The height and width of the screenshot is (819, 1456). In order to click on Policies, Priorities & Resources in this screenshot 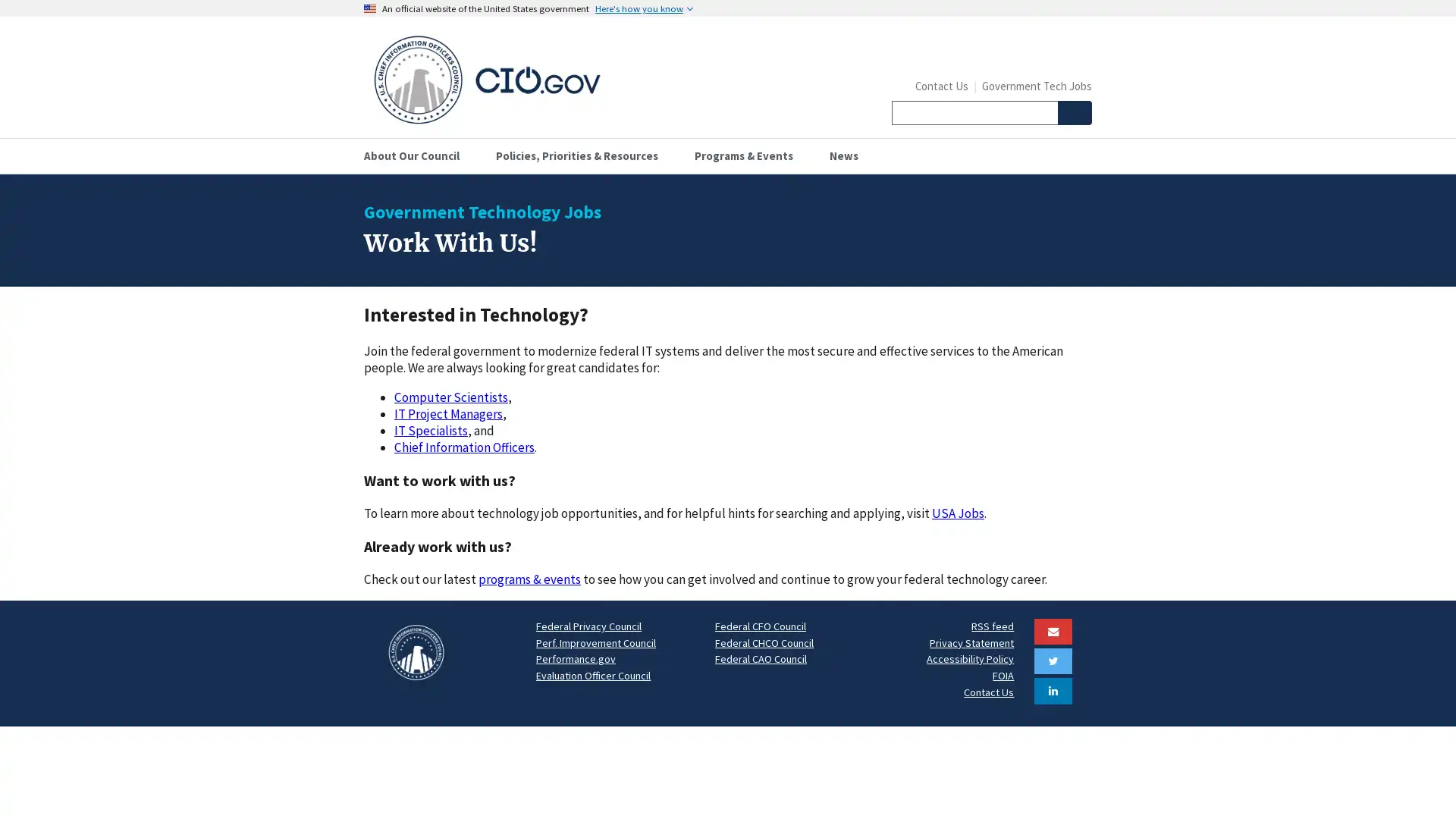, I will do `click(582, 155)`.